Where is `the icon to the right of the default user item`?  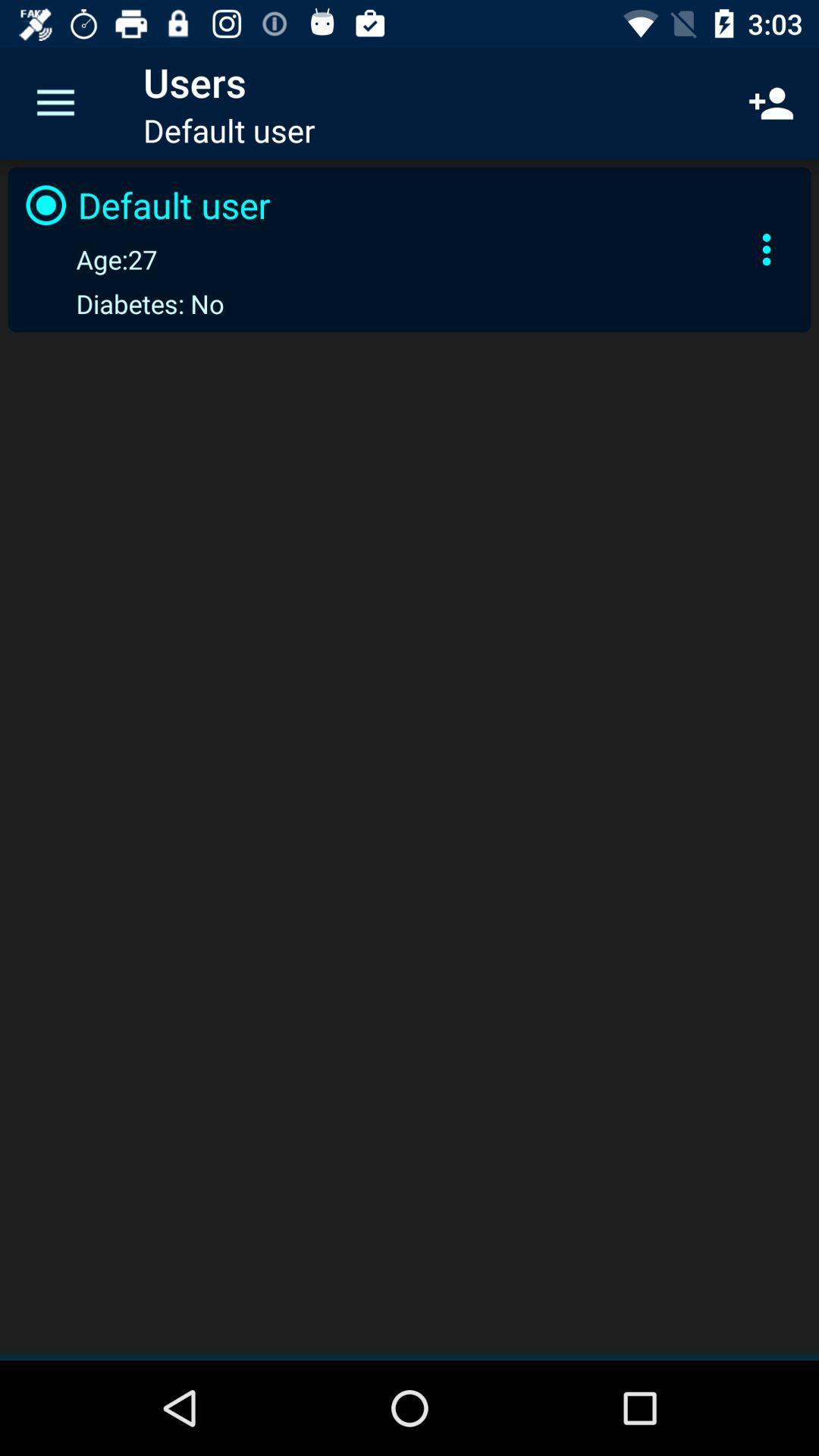
the icon to the right of the default user item is located at coordinates (766, 249).